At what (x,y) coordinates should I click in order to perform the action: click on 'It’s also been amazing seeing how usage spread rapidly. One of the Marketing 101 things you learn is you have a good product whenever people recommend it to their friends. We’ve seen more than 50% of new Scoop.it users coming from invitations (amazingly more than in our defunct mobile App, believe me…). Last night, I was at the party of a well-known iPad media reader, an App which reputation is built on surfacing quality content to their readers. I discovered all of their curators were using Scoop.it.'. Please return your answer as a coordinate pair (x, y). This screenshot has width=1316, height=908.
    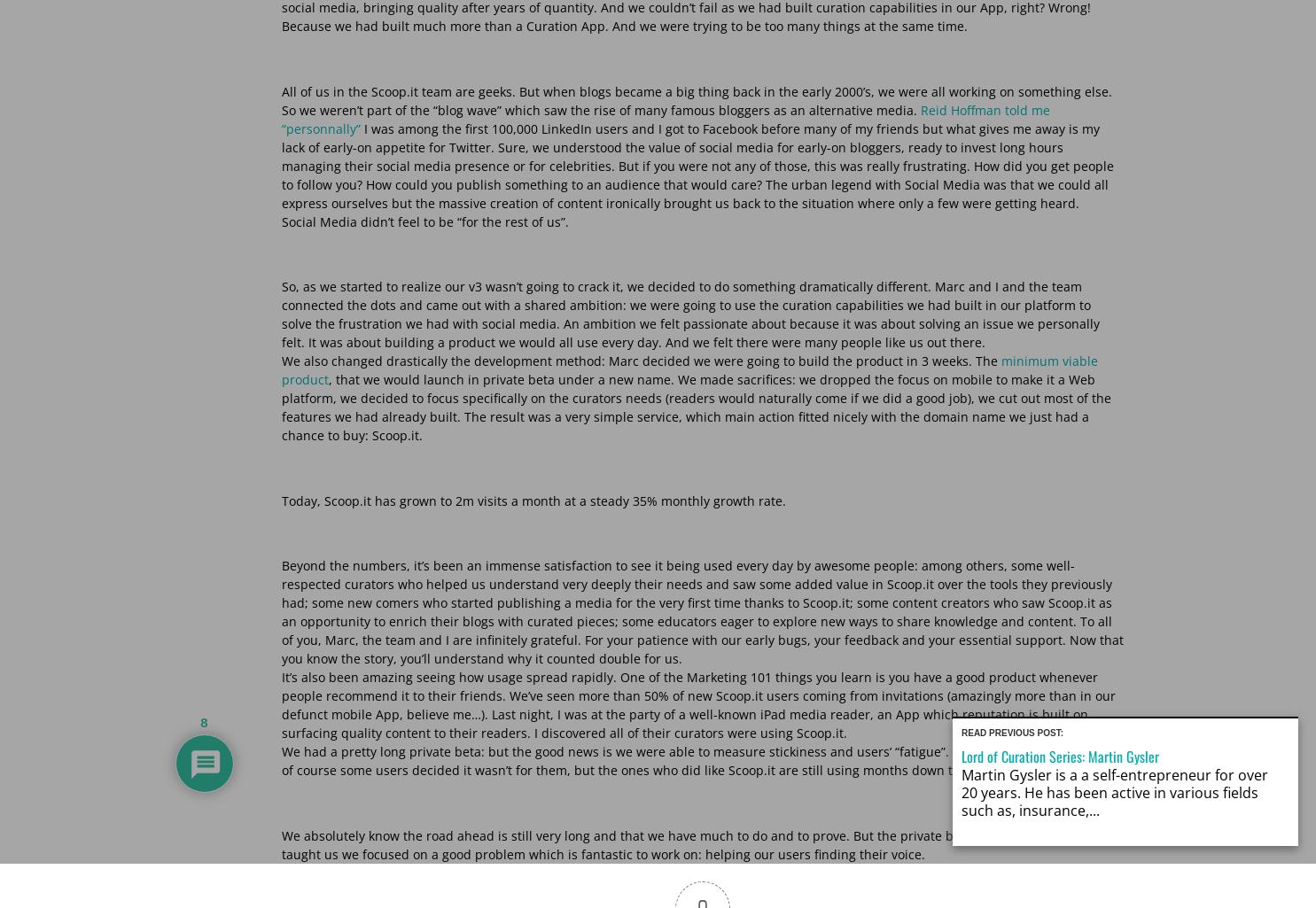
    Looking at the image, I should click on (697, 704).